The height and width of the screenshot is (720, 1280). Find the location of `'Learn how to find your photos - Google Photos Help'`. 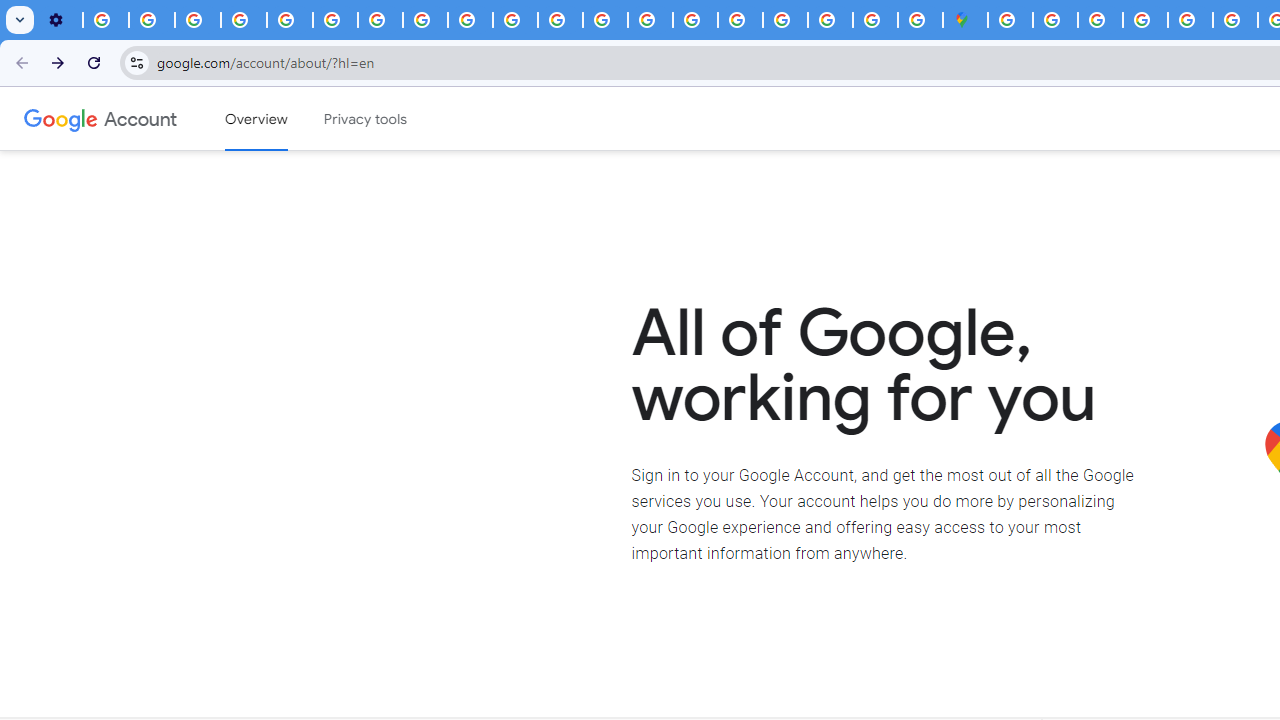

'Learn how to find your photos - Google Photos Help' is located at coordinates (151, 20).